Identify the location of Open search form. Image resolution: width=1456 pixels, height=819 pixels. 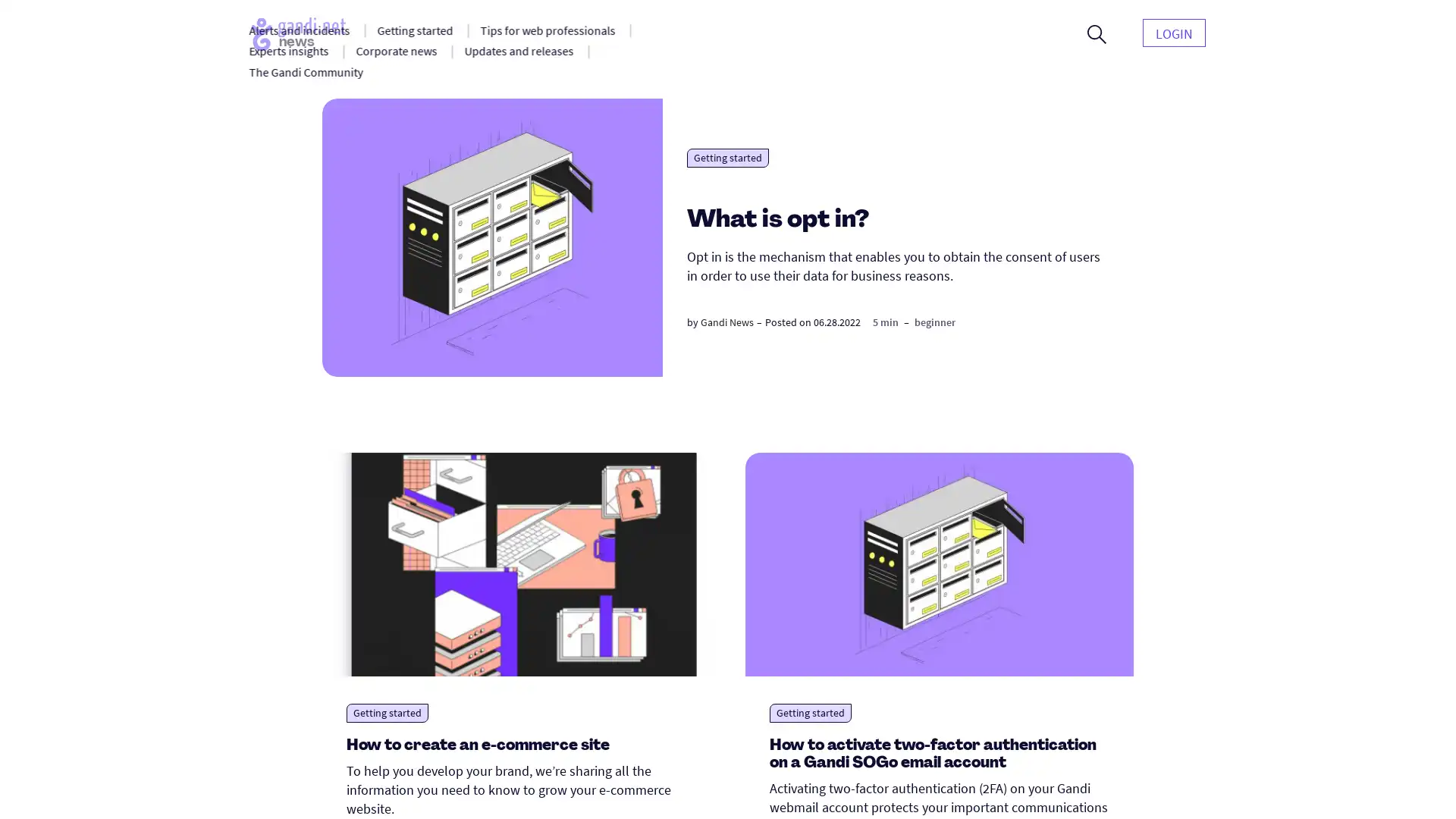
(1097, 34).